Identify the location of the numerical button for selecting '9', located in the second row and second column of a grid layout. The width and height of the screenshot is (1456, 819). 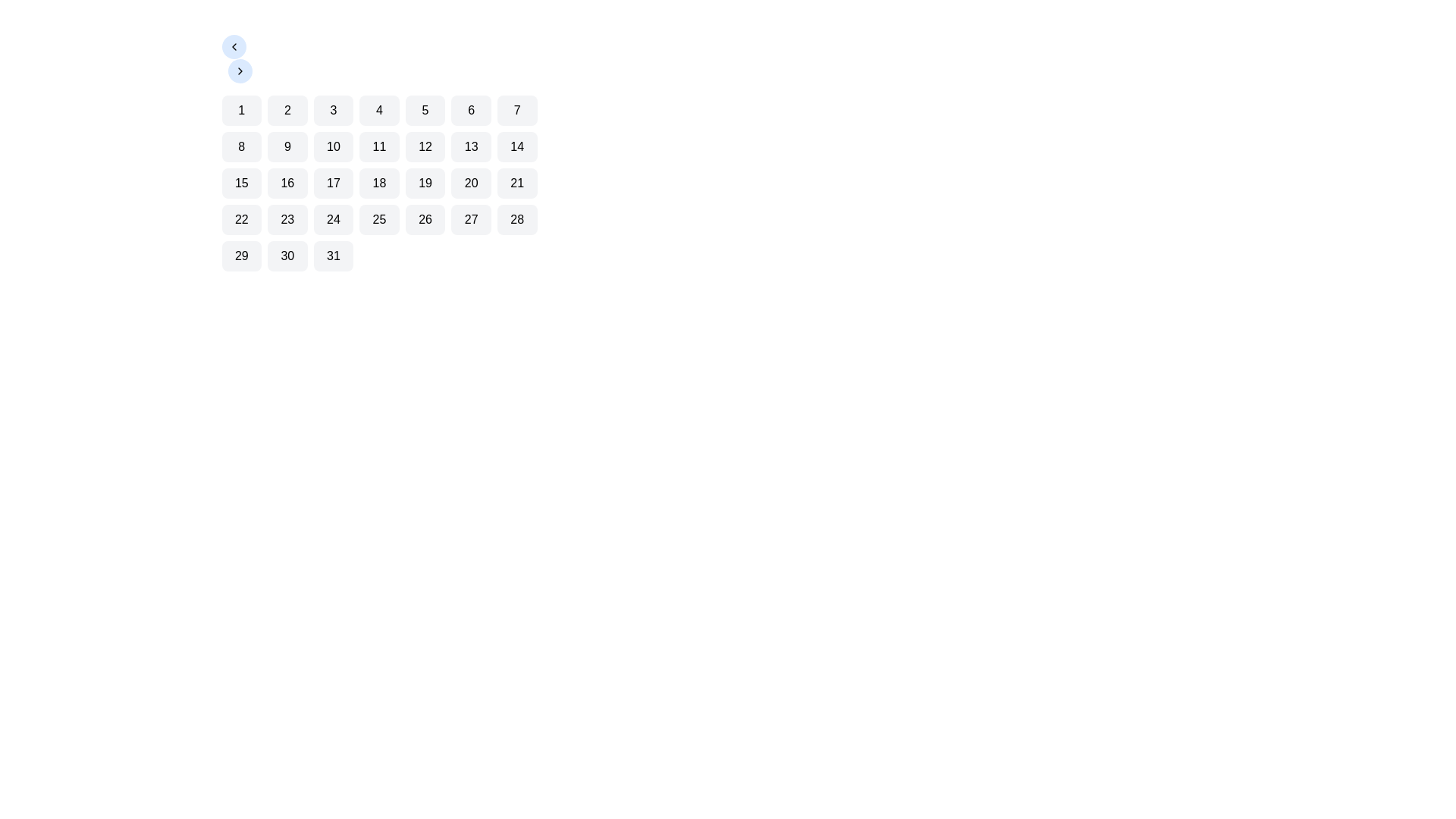
(287, 146).